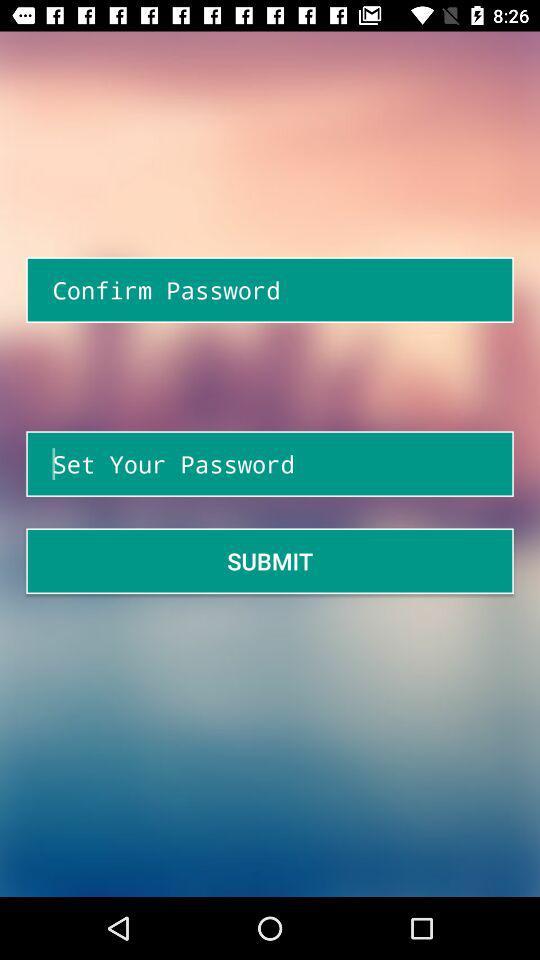  Describe the element at coordinates (270, 561) in the screenshot. I see `submit icon` at that location.